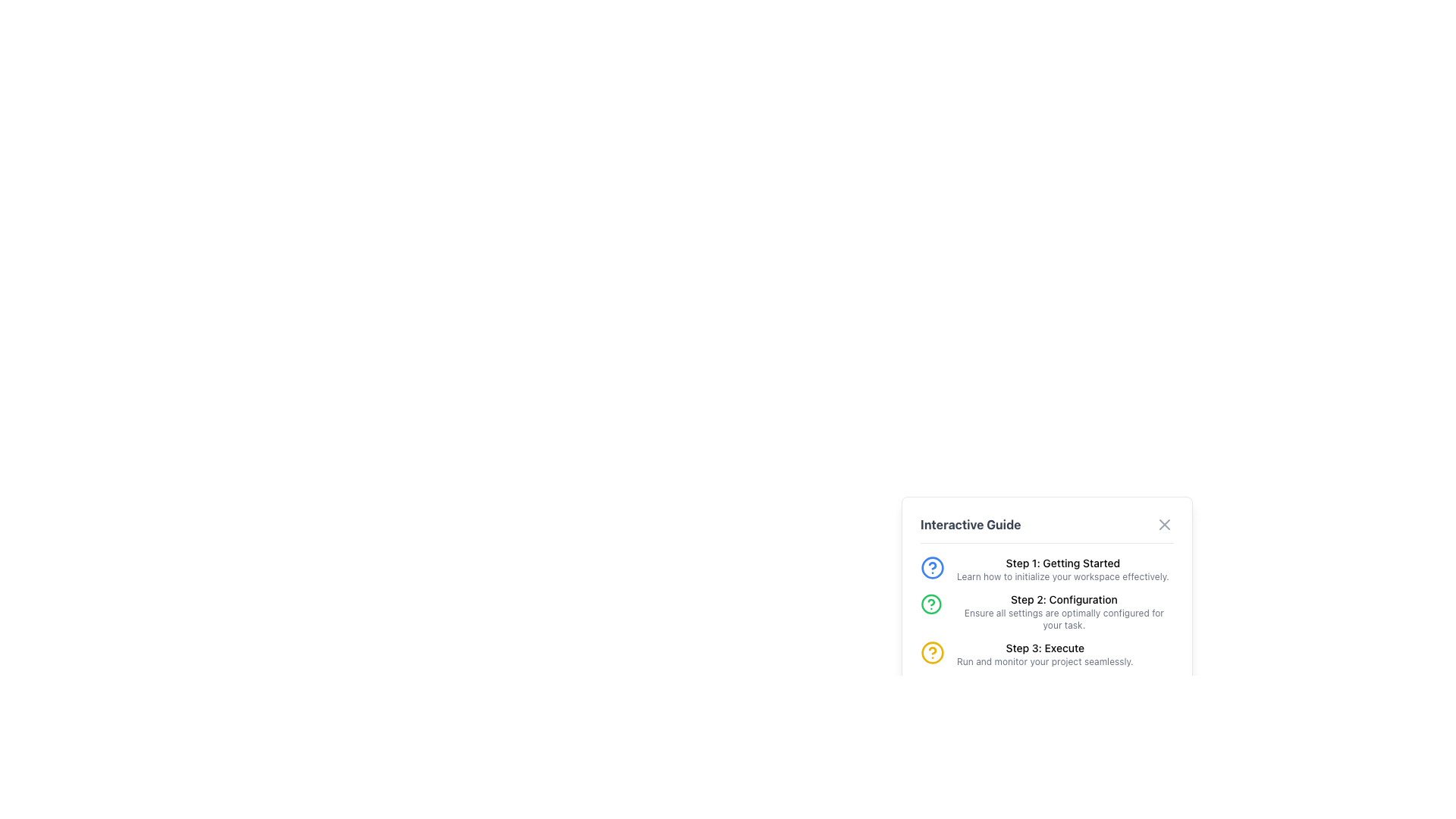 The height and width of the screenshot is (819, 1456). I want to click on the text label displaying 'Step 3: Execute', which is the third item in the numbered list under the 'Interactive Guide' section, so click(1044, 648).